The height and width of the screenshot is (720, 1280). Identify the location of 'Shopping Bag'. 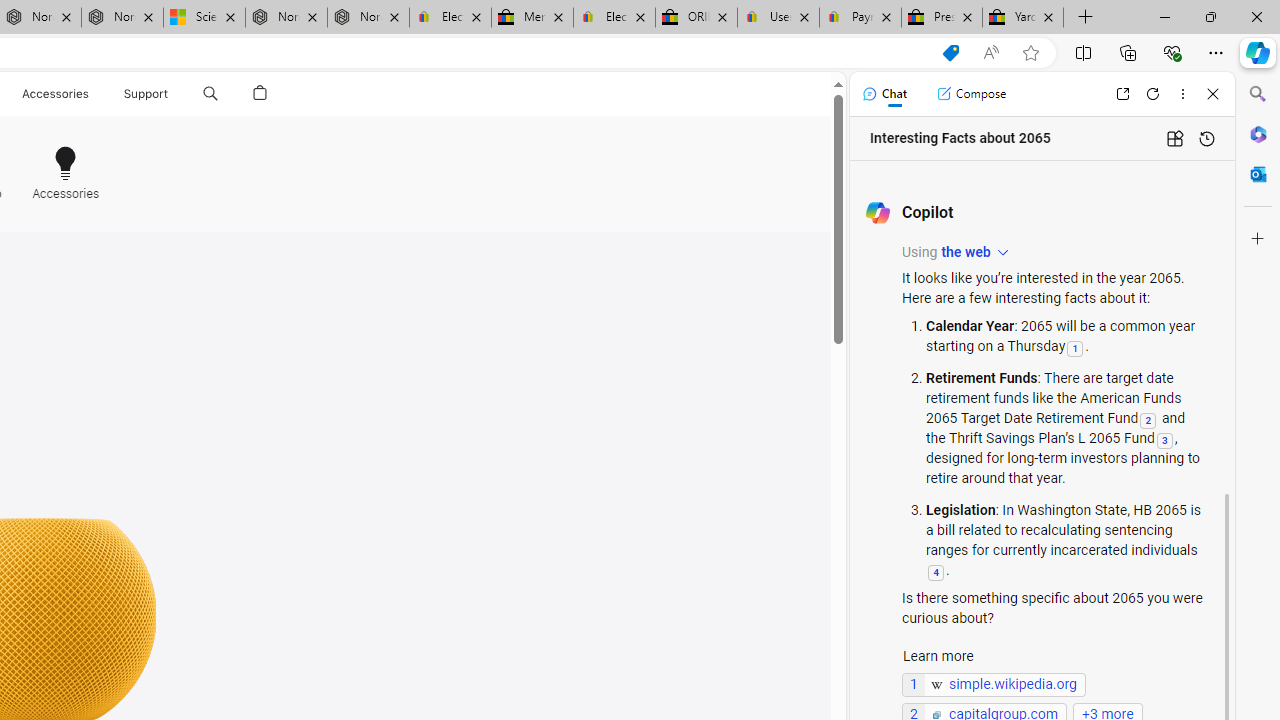
(259, 93).